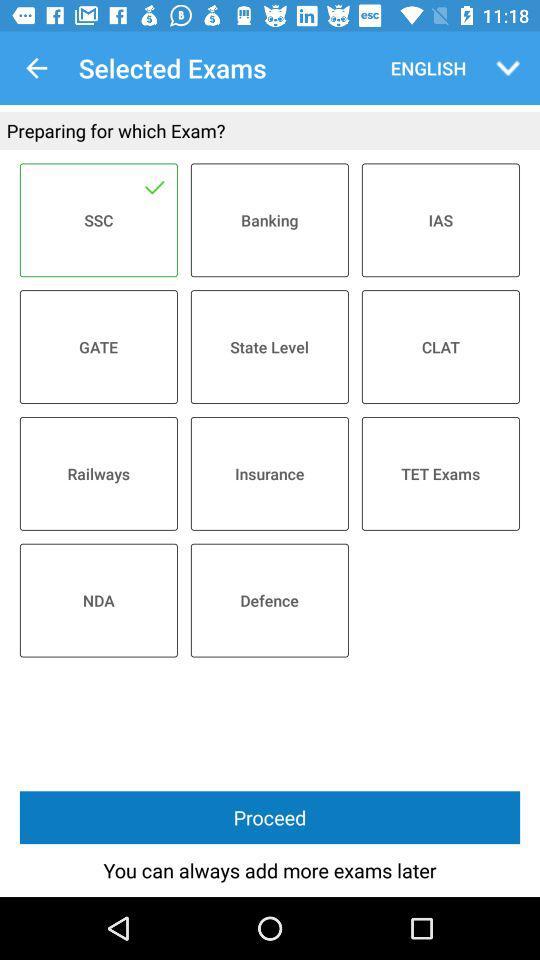  What do you see at coordinates (270, 817) in the screenshot?
I see `the item above the you can always item` at bounding box center [270, 817].